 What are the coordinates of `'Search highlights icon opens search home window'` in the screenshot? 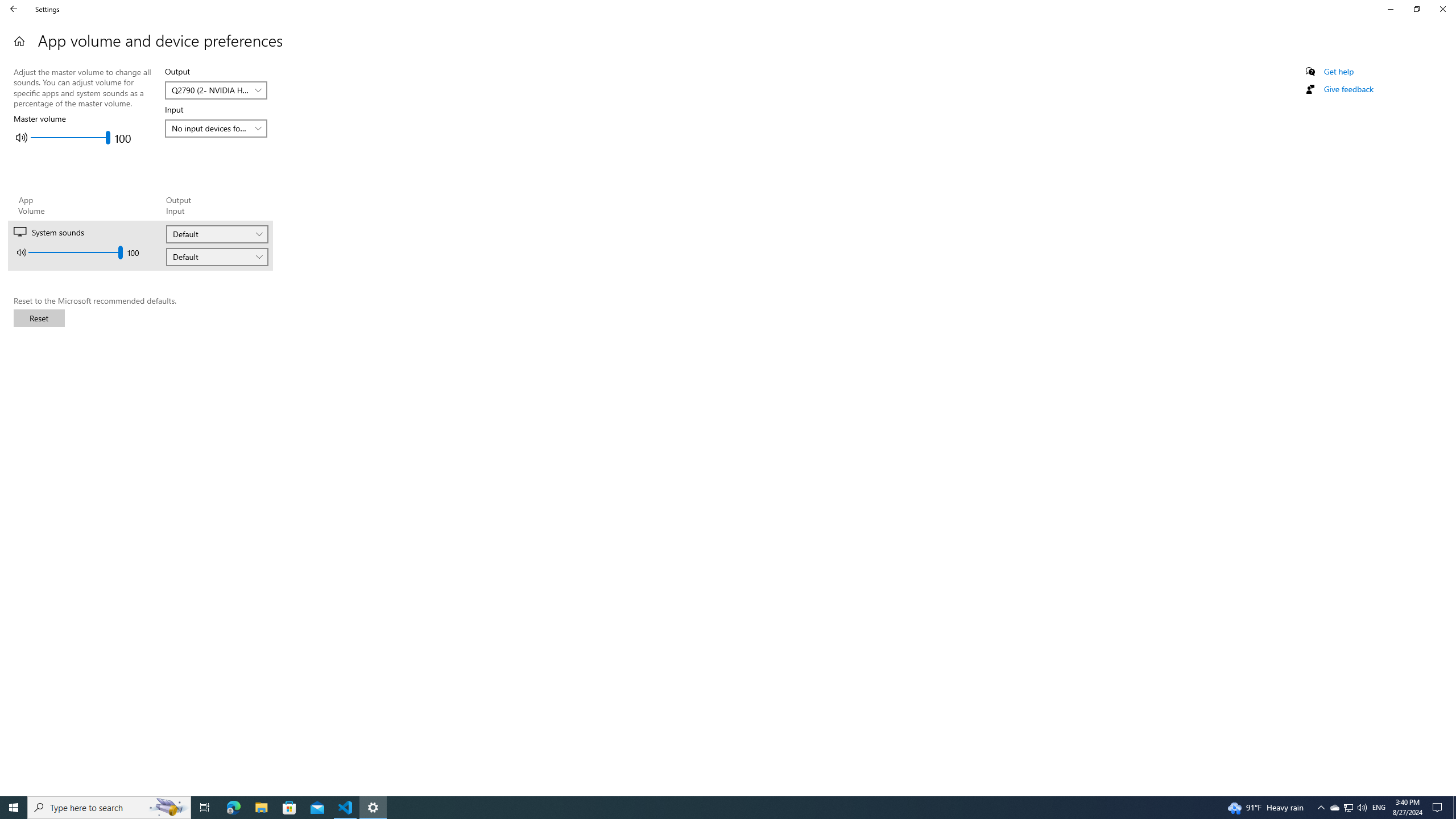 It's located at (167, 806).